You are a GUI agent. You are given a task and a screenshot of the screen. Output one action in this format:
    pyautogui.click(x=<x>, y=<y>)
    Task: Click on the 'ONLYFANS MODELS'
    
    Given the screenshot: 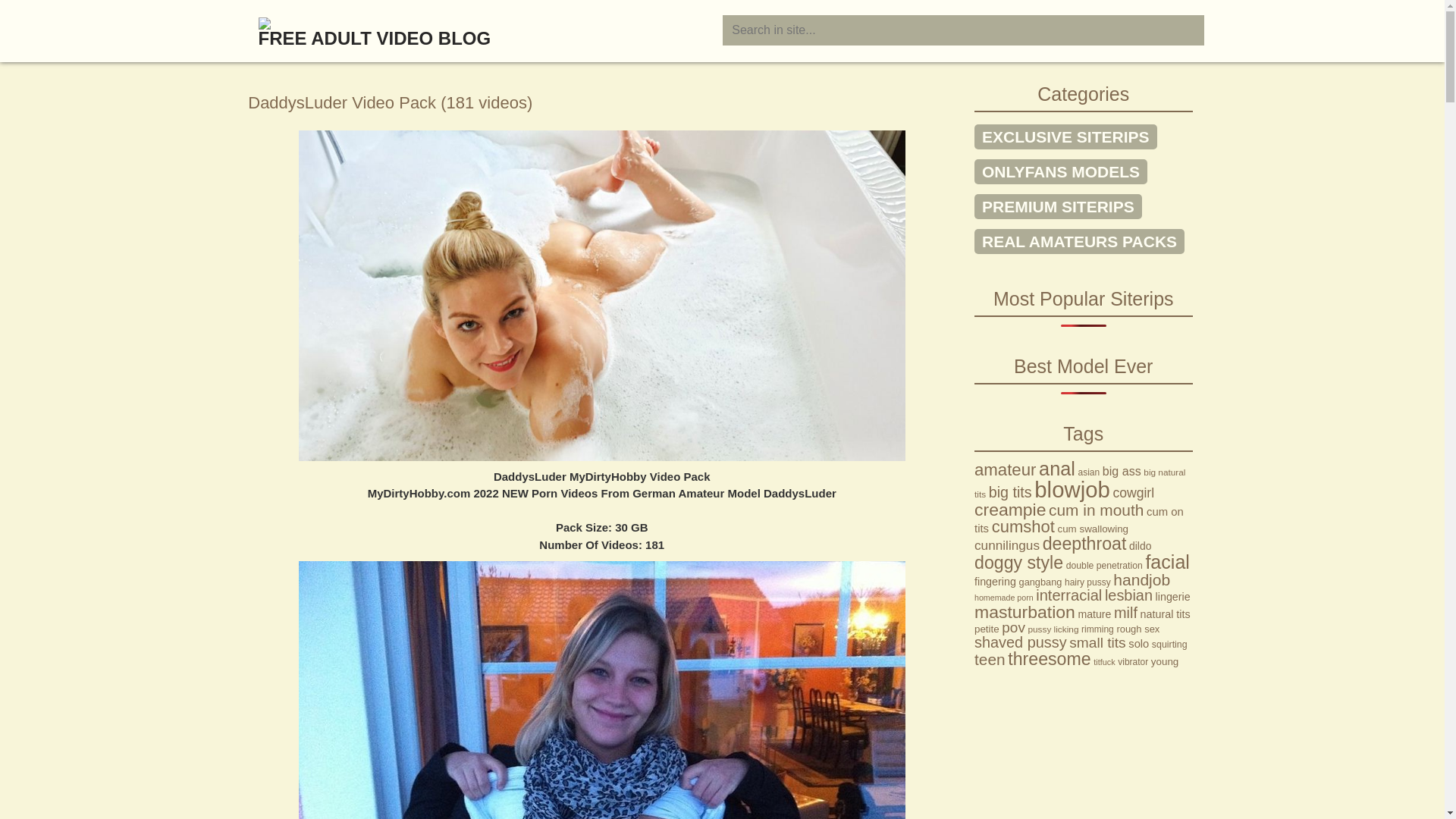 What is the action you would take?
    pyautogui.click(x=1059, y=171)
    